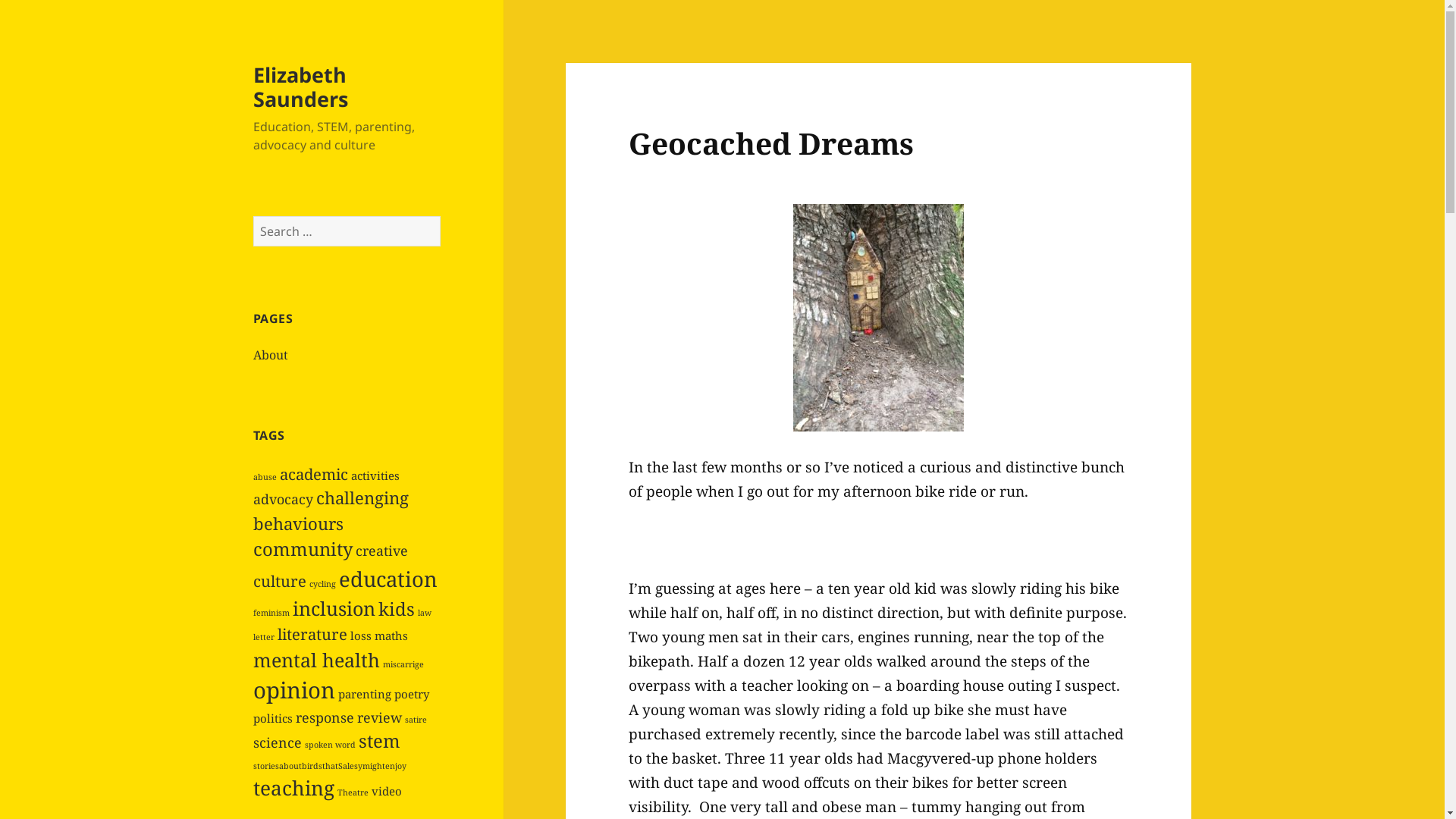 The width and height of the screenshot is (1456, 819). Describe the element at coordinates (386, 789) in the screenshot. I see `'video'` at that location.